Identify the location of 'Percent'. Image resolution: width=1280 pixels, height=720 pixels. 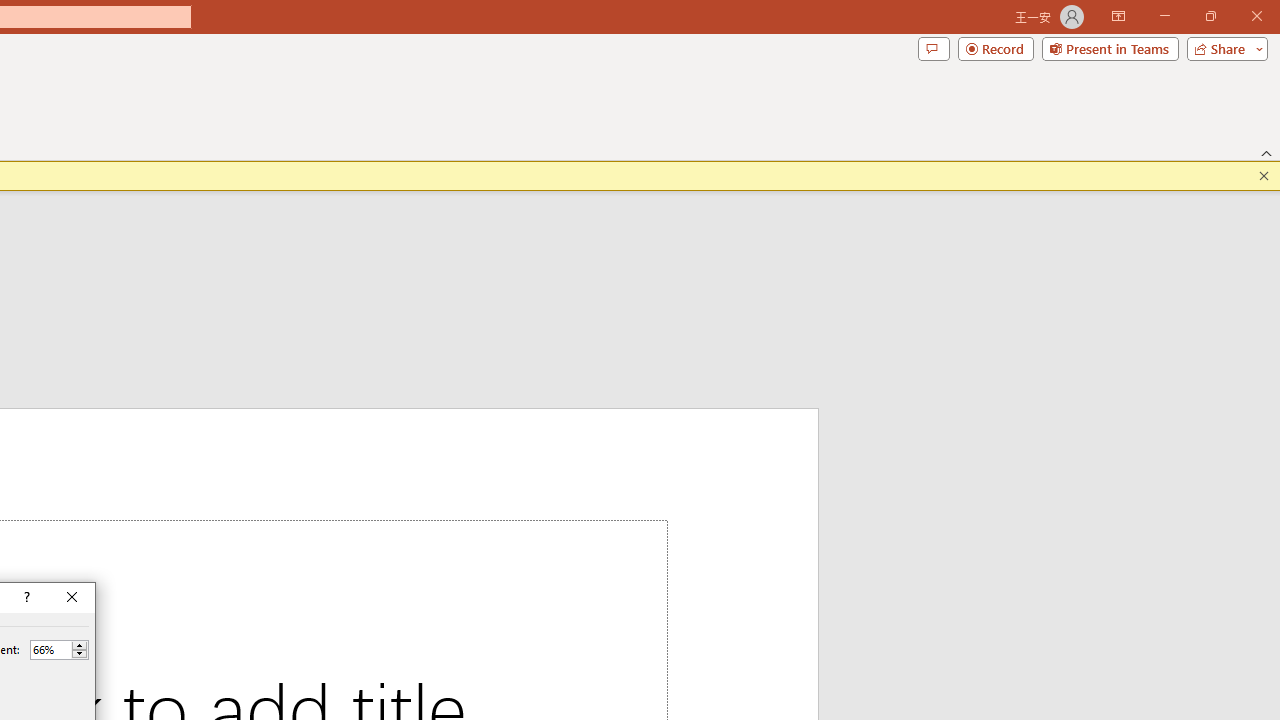
(50, 649).